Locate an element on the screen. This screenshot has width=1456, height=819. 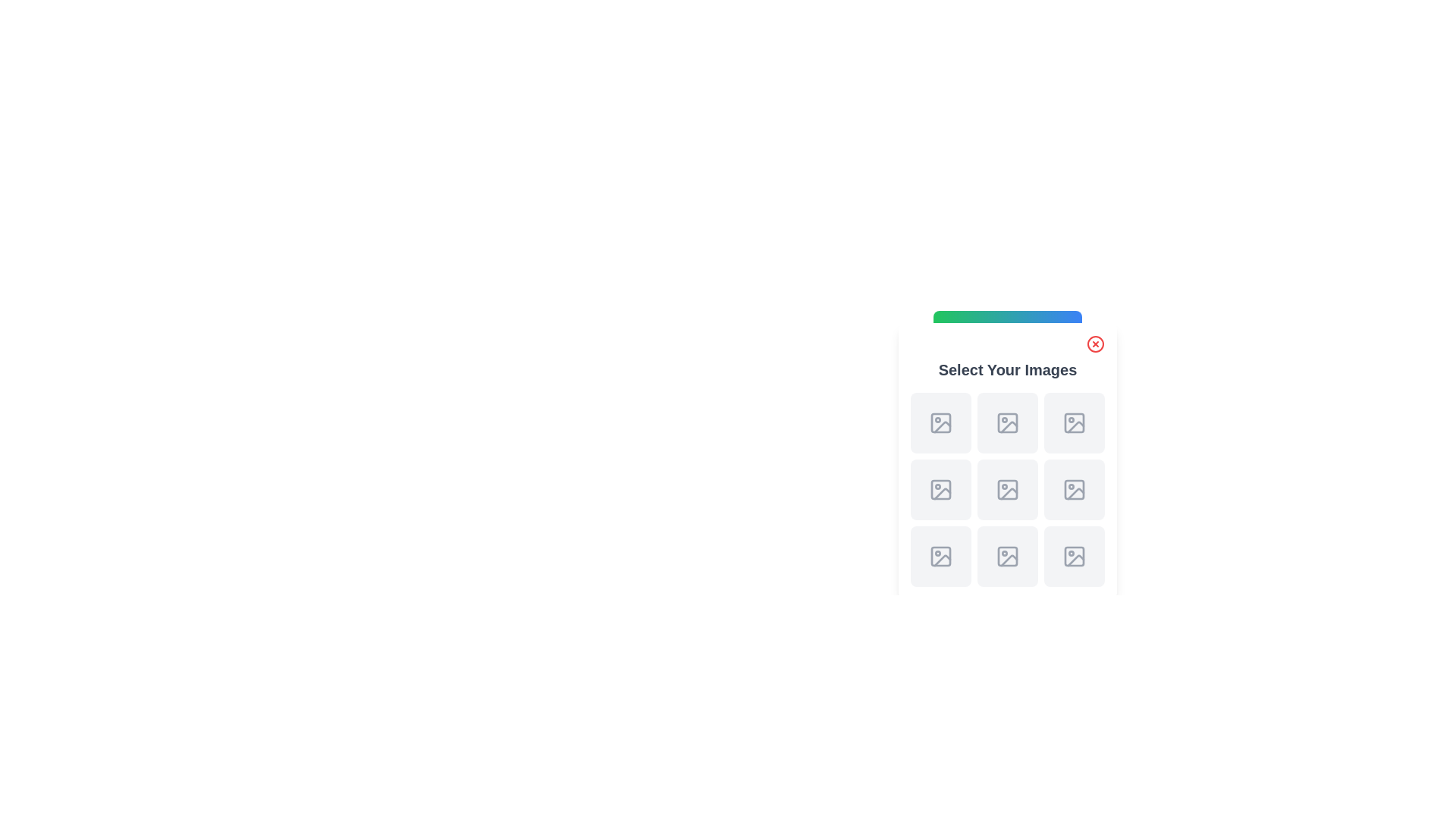
the center Image Placeholder element in the 3x3 grid layout is located at coordinates (1008, 444).